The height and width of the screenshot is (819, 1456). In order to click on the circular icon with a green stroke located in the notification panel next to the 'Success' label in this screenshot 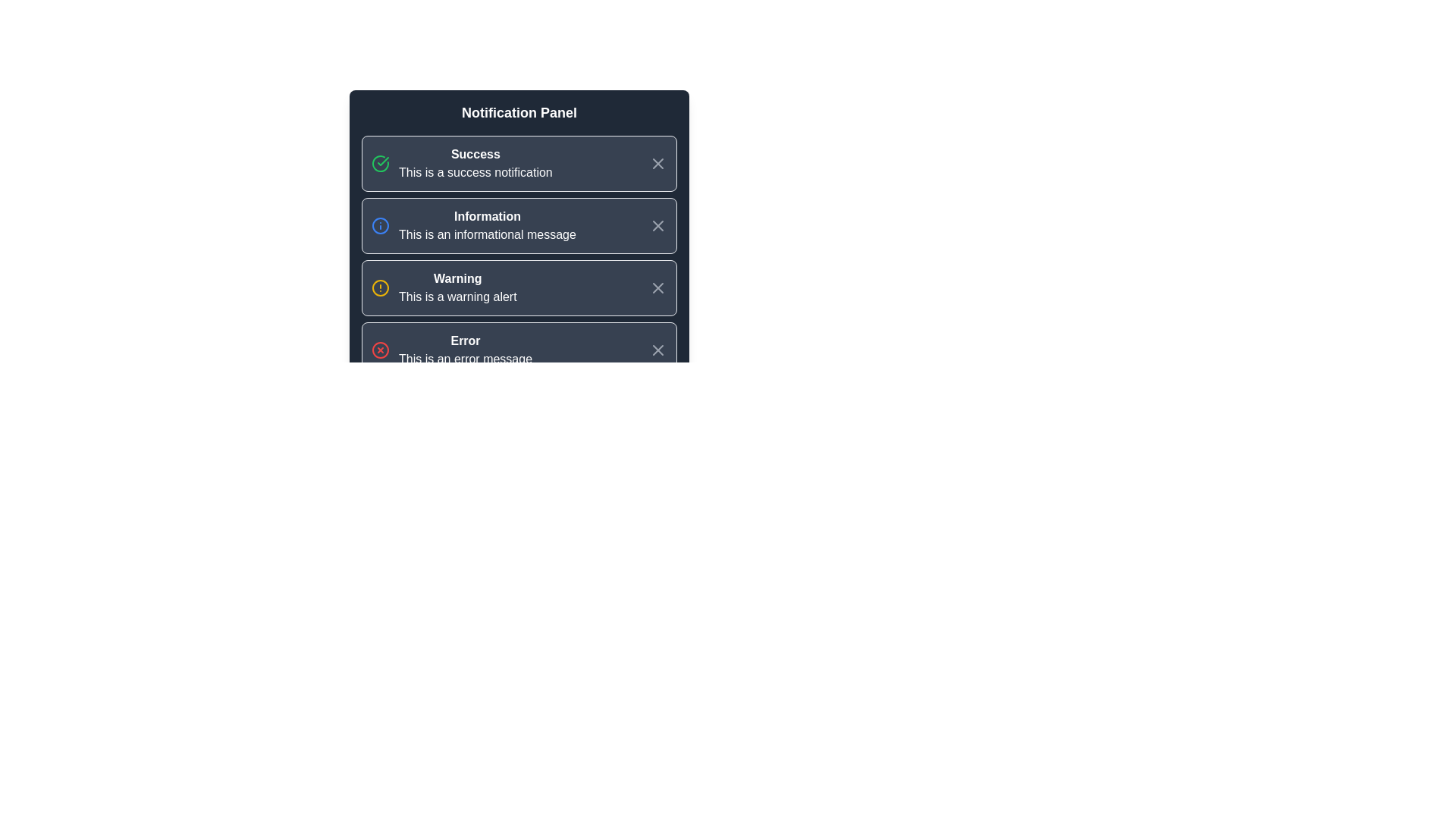, I will do `click(381, 164)`.